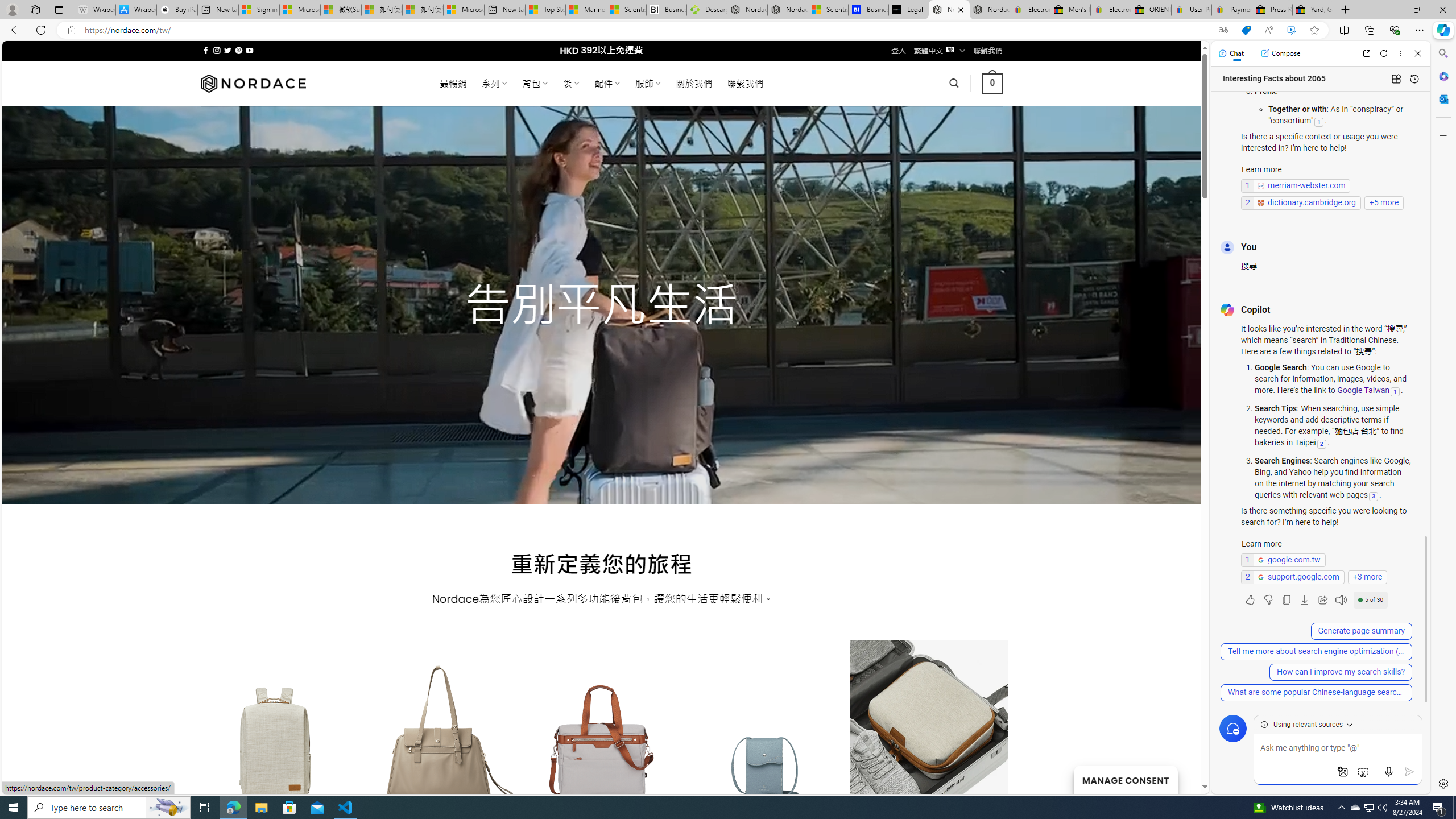 Image resolution: width=1456 pixels, height=819 pixels. I want to click on 'Microsoft account | Account Checkup', so click(464, 9).